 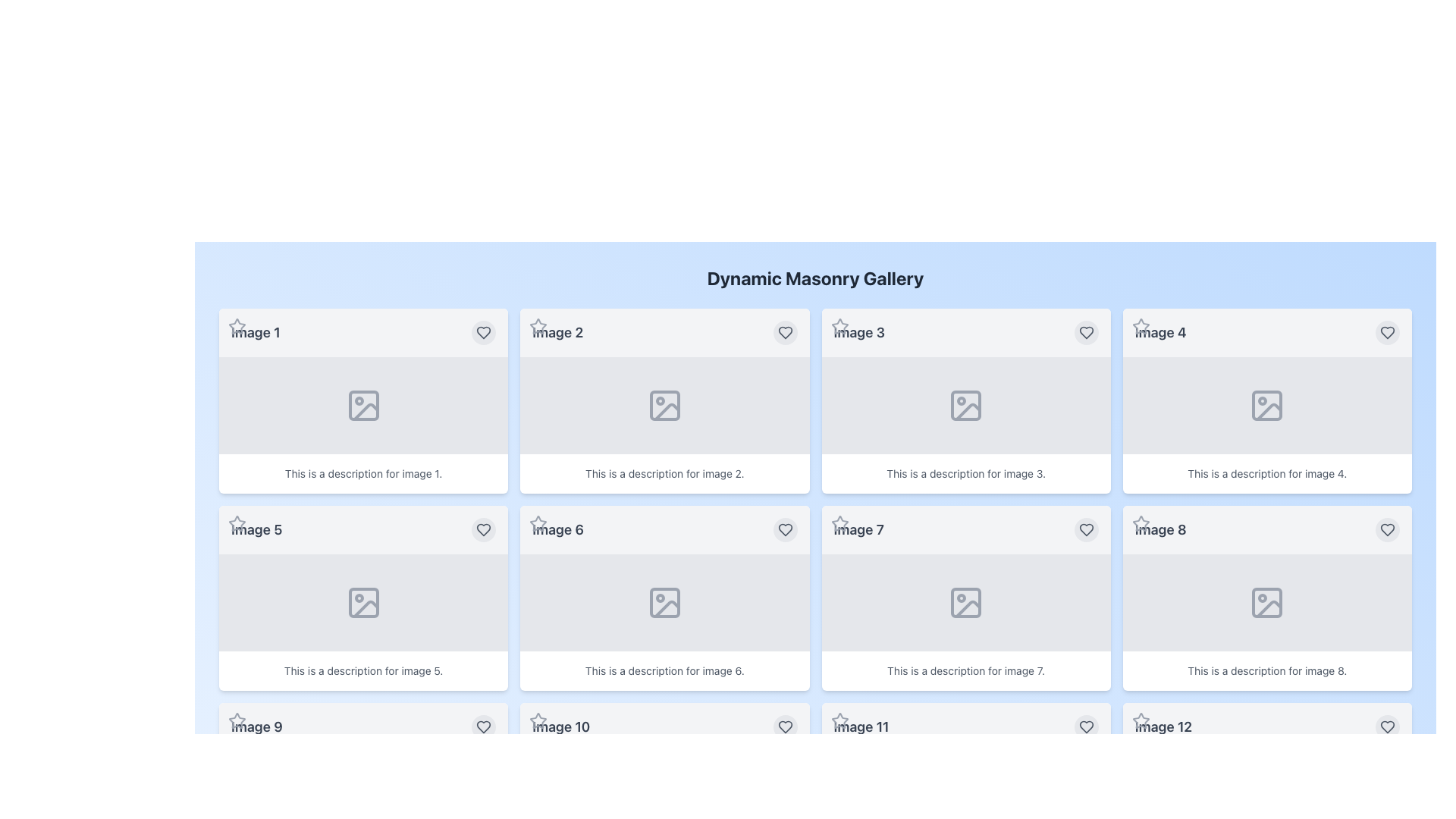 I want to click on the star icon located at the top-left corner of the 'Image 10' card, so click(x=538, y=720).